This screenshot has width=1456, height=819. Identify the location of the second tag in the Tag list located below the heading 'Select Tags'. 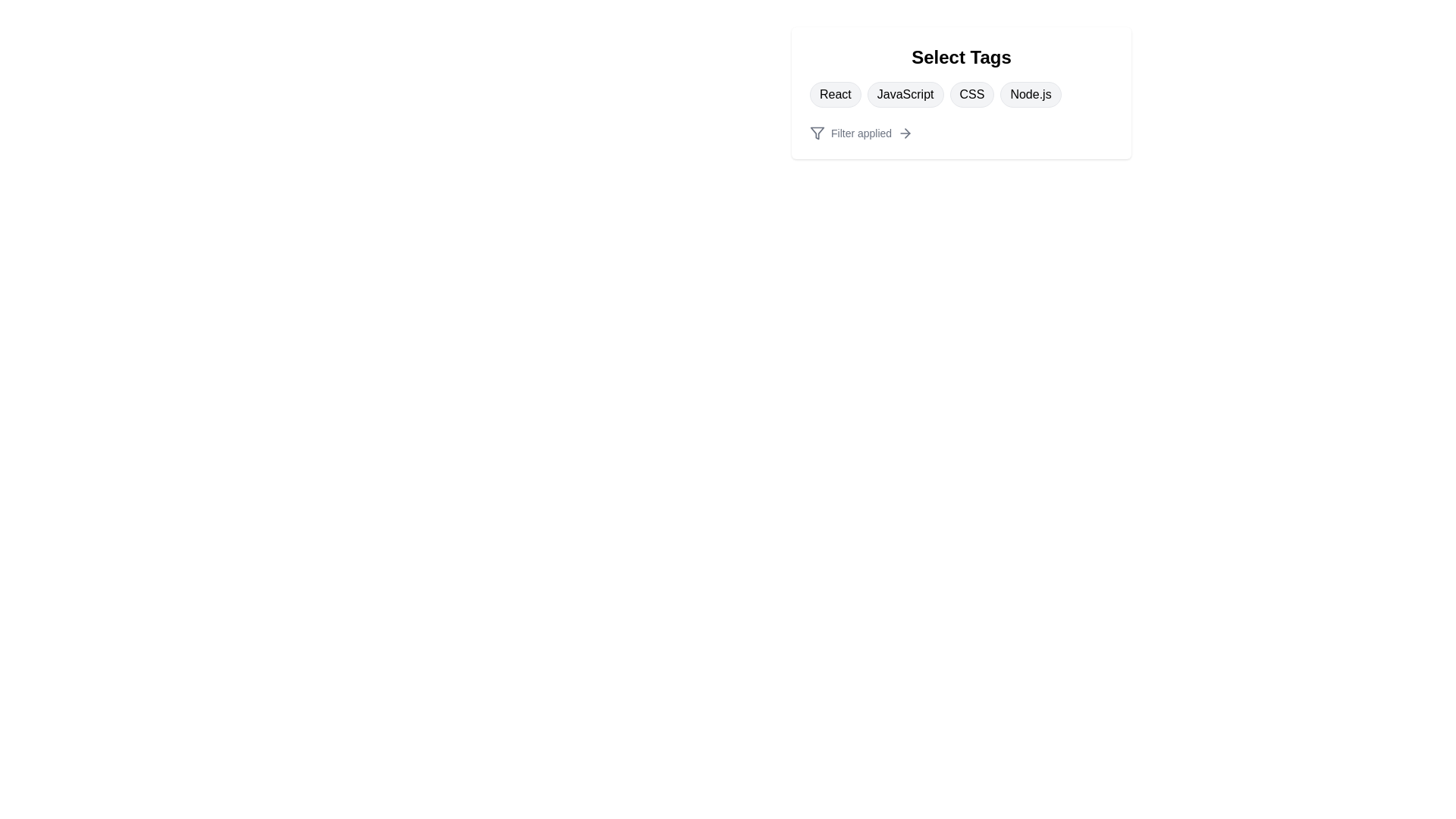
(960, 94).